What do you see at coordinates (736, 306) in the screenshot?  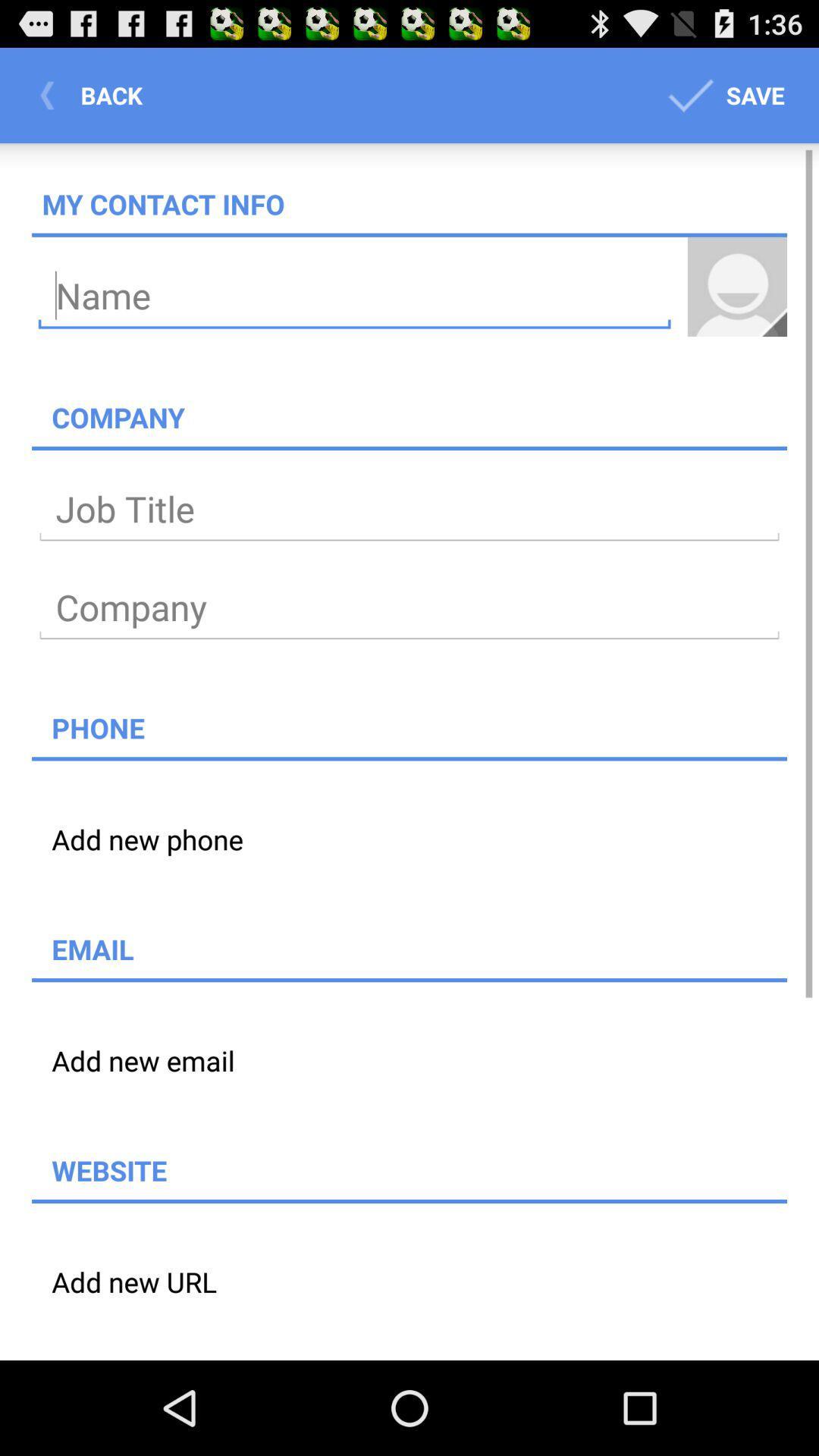 I see `the avatar icon` at bounding box center [736, 306].